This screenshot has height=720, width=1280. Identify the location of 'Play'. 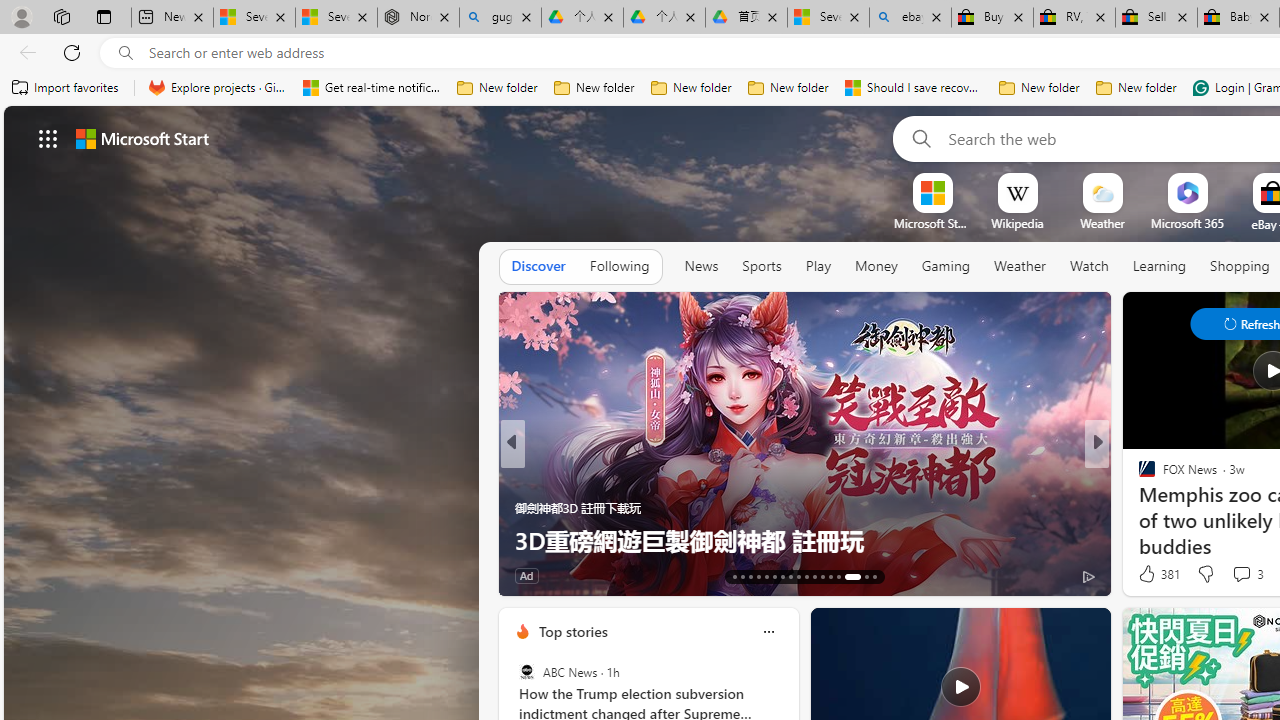
(817, 265).